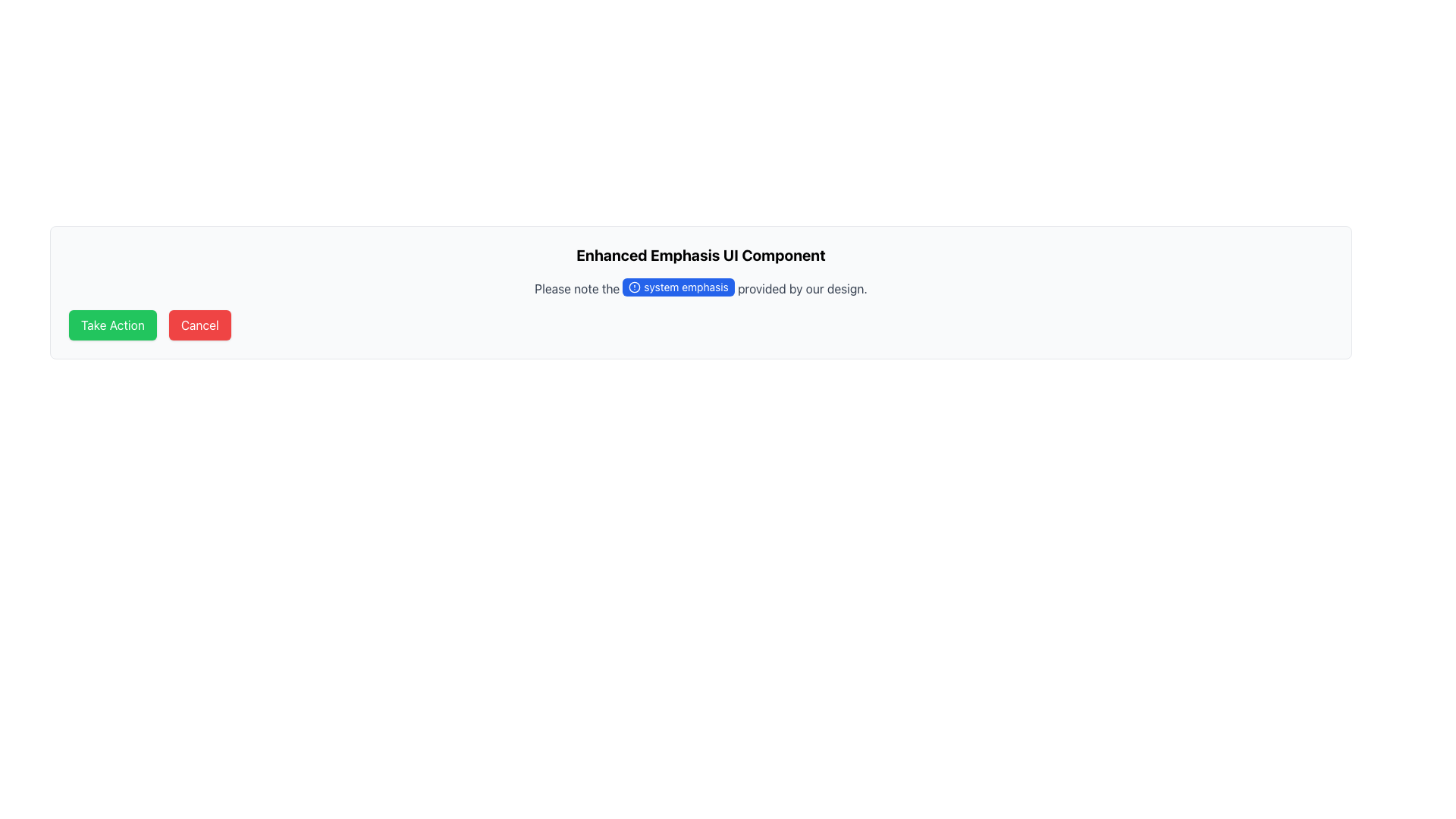  I want to click on emphasized text 'system emphasis' within the paragraph located in the 'Enhanced Emphasis UI Component', so click(700, 288).